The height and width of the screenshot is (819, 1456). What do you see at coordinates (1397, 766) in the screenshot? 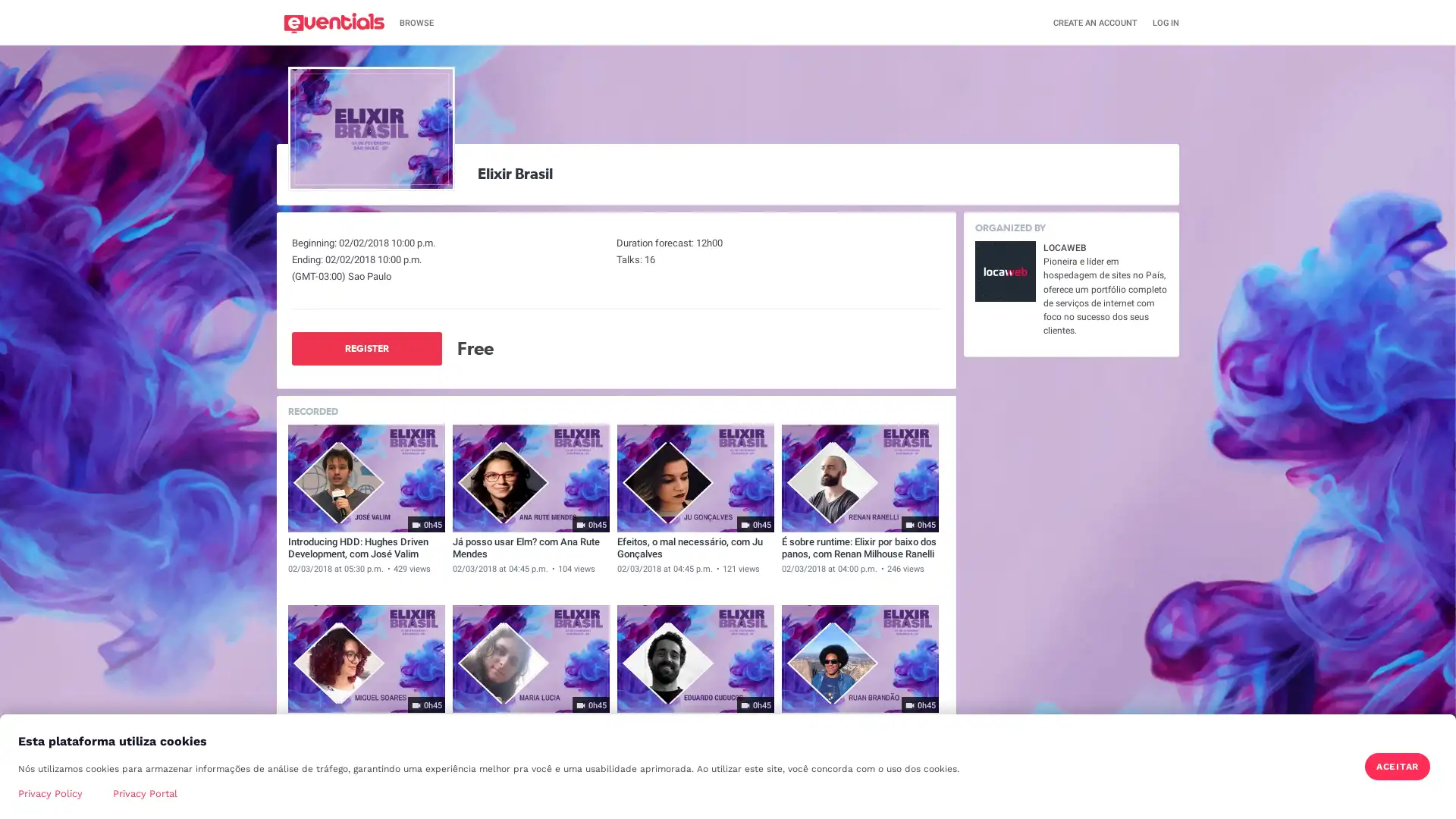
I see `ACEITAR` at bounding box center [1397, 766].